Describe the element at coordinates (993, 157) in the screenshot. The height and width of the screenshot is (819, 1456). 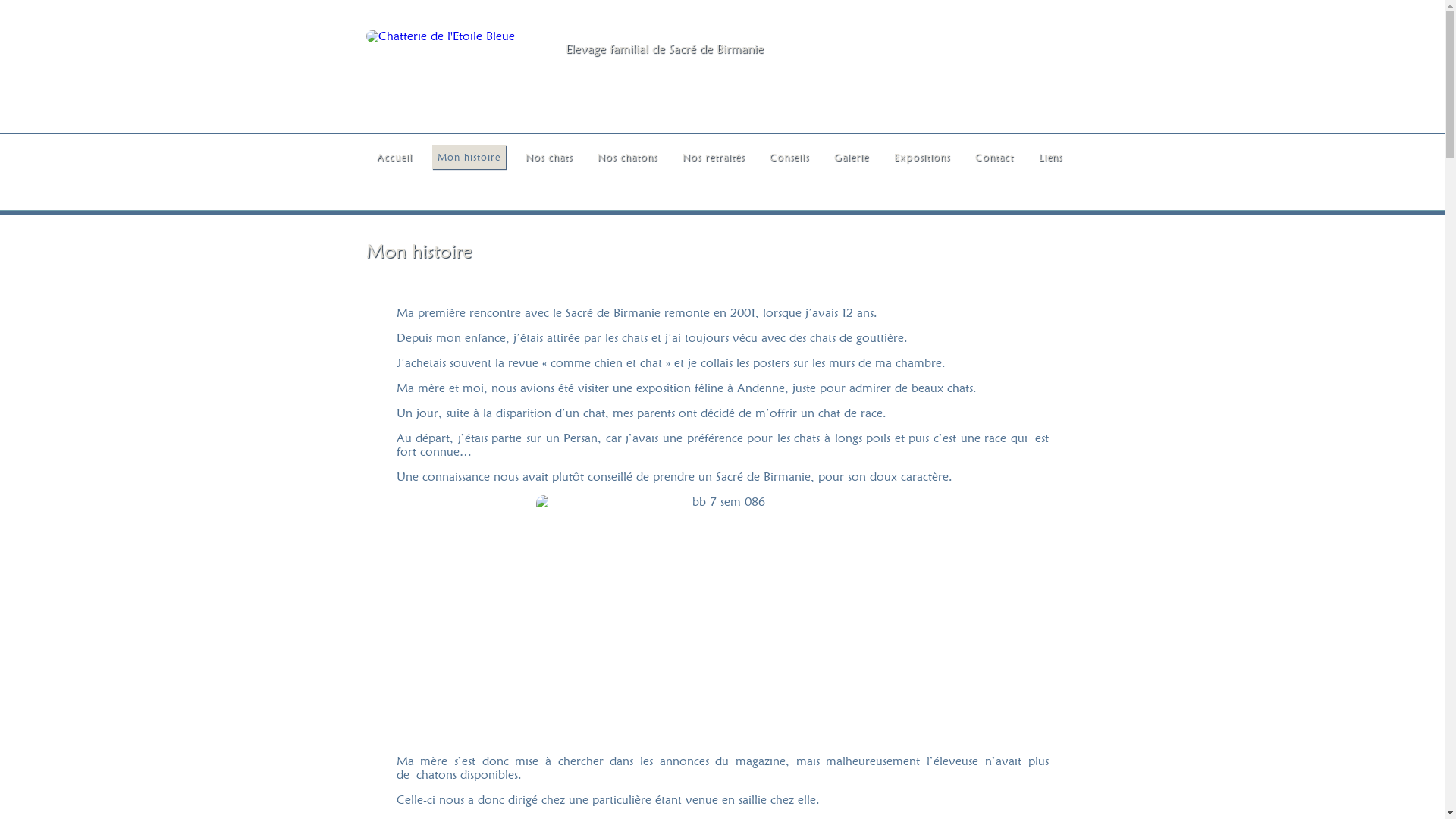
I see `'Contact'` at that location.